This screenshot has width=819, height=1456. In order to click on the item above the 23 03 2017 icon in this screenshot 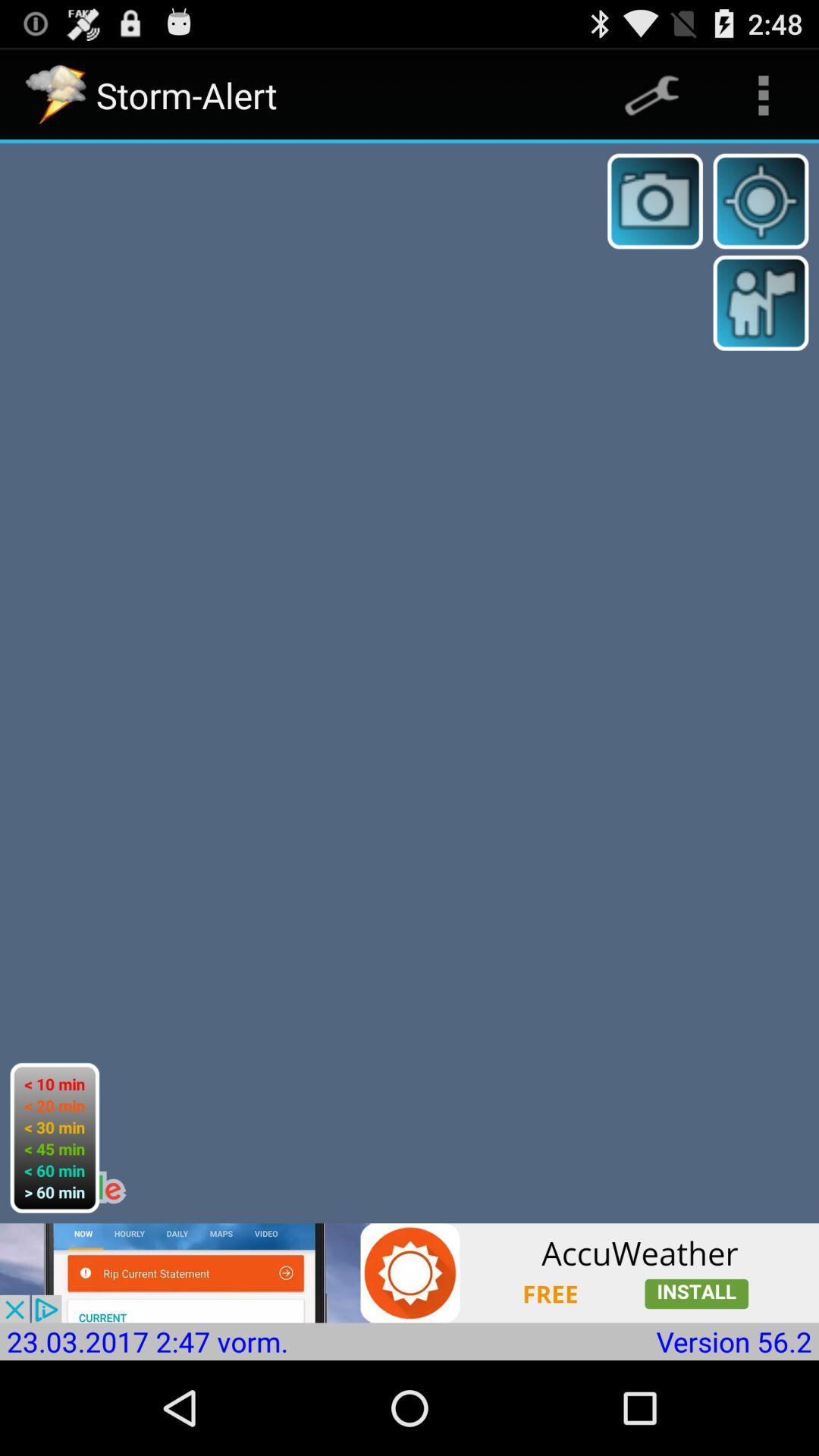, I will do `click(409, 1272)`.